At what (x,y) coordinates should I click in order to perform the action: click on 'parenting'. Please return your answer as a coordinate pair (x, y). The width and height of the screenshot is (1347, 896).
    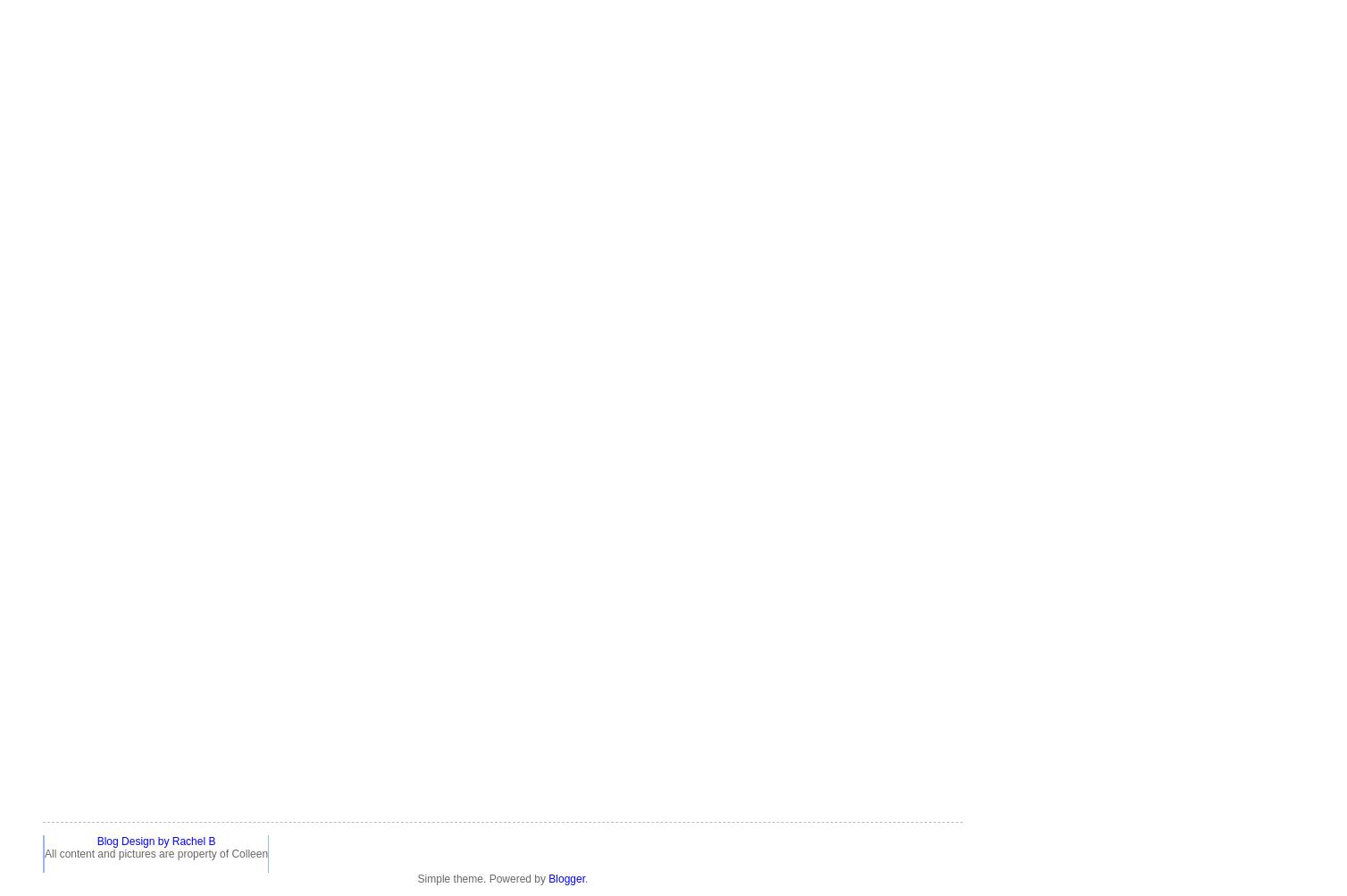
    Looking at the image, I should click on (64, 406).